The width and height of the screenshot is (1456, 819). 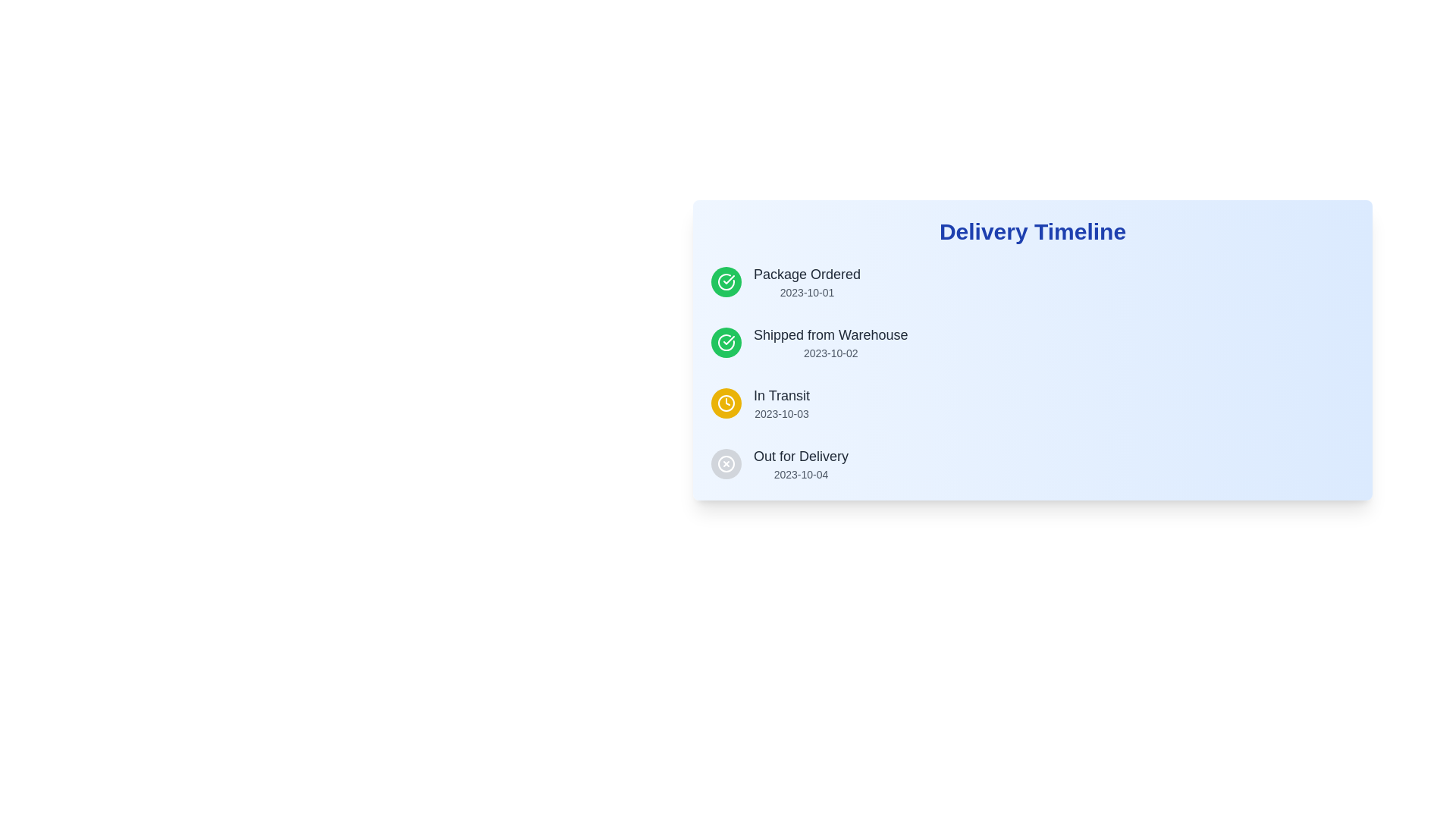 I want to click on the 'Out for Delivery' label, which is the fourth entry in the delivery timeline, displayed in gray with a larger font size, so click(x=800, y=455).